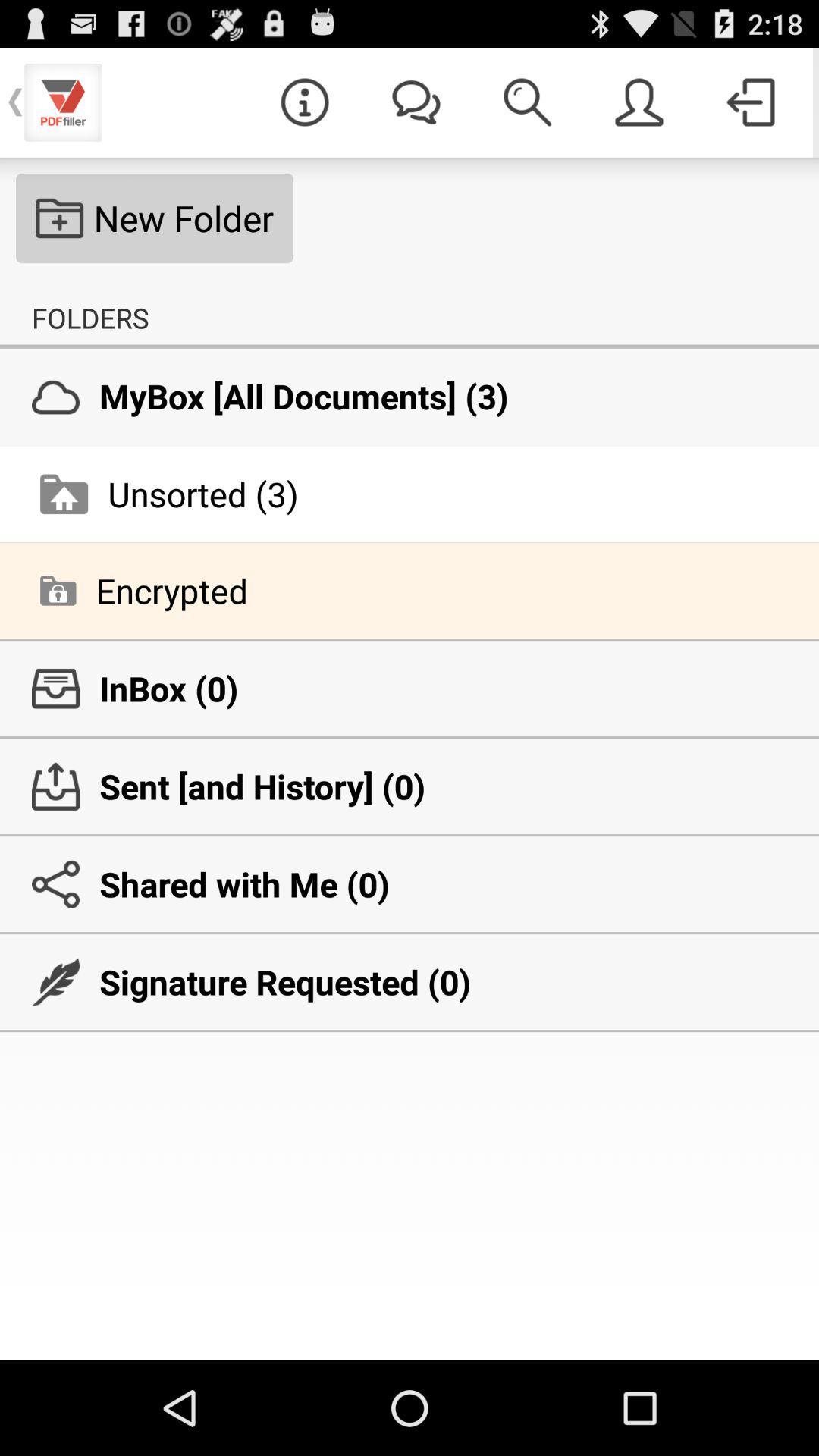  I want to click on item below the new folder button, so click(90, 317).